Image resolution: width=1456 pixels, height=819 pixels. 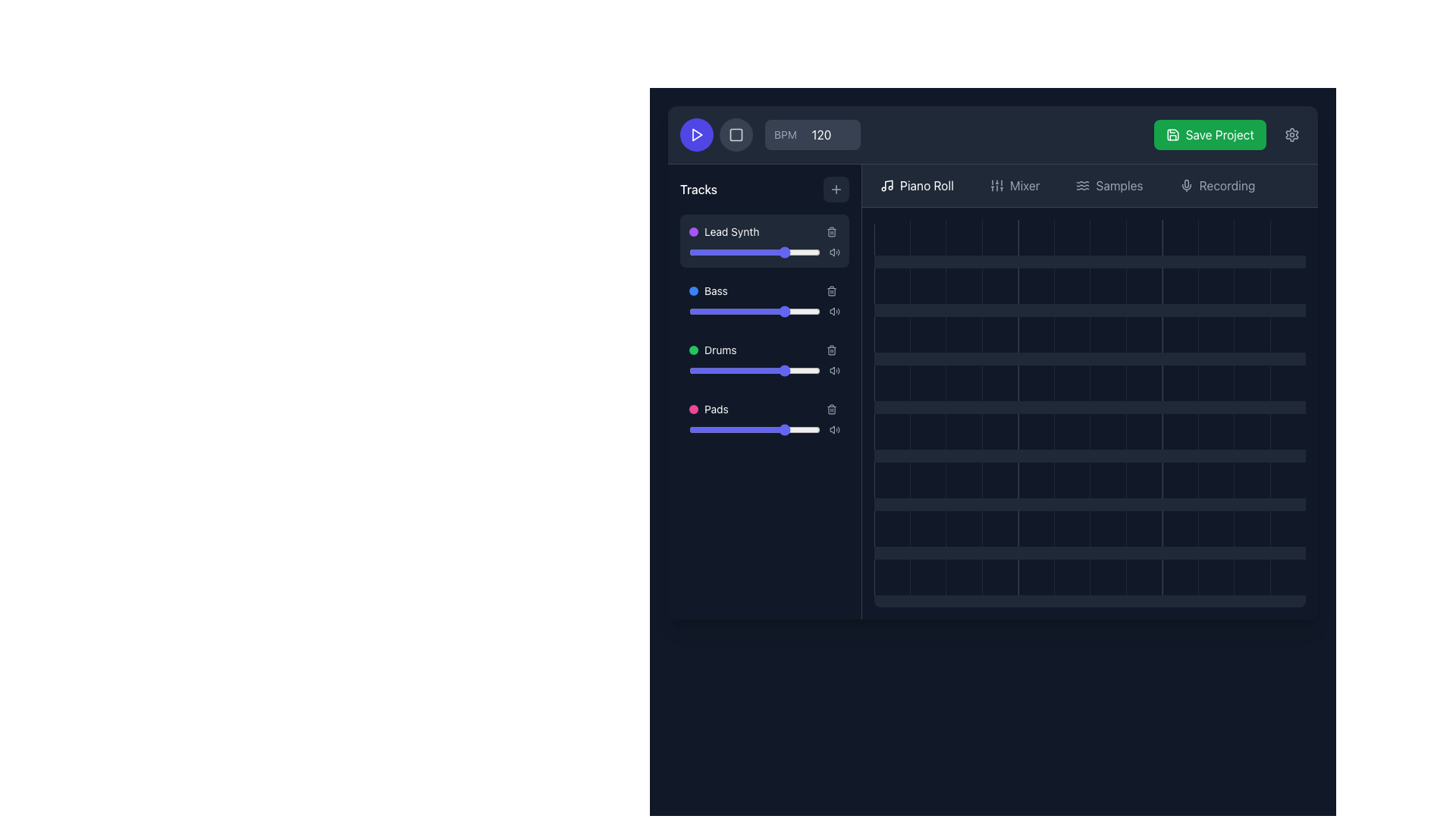 I want to click on the information displayed in the grid cell located in the first row and last column of the grid, which has a dark gray background and a subtle left-hand border, so click(x=1179, y=237).